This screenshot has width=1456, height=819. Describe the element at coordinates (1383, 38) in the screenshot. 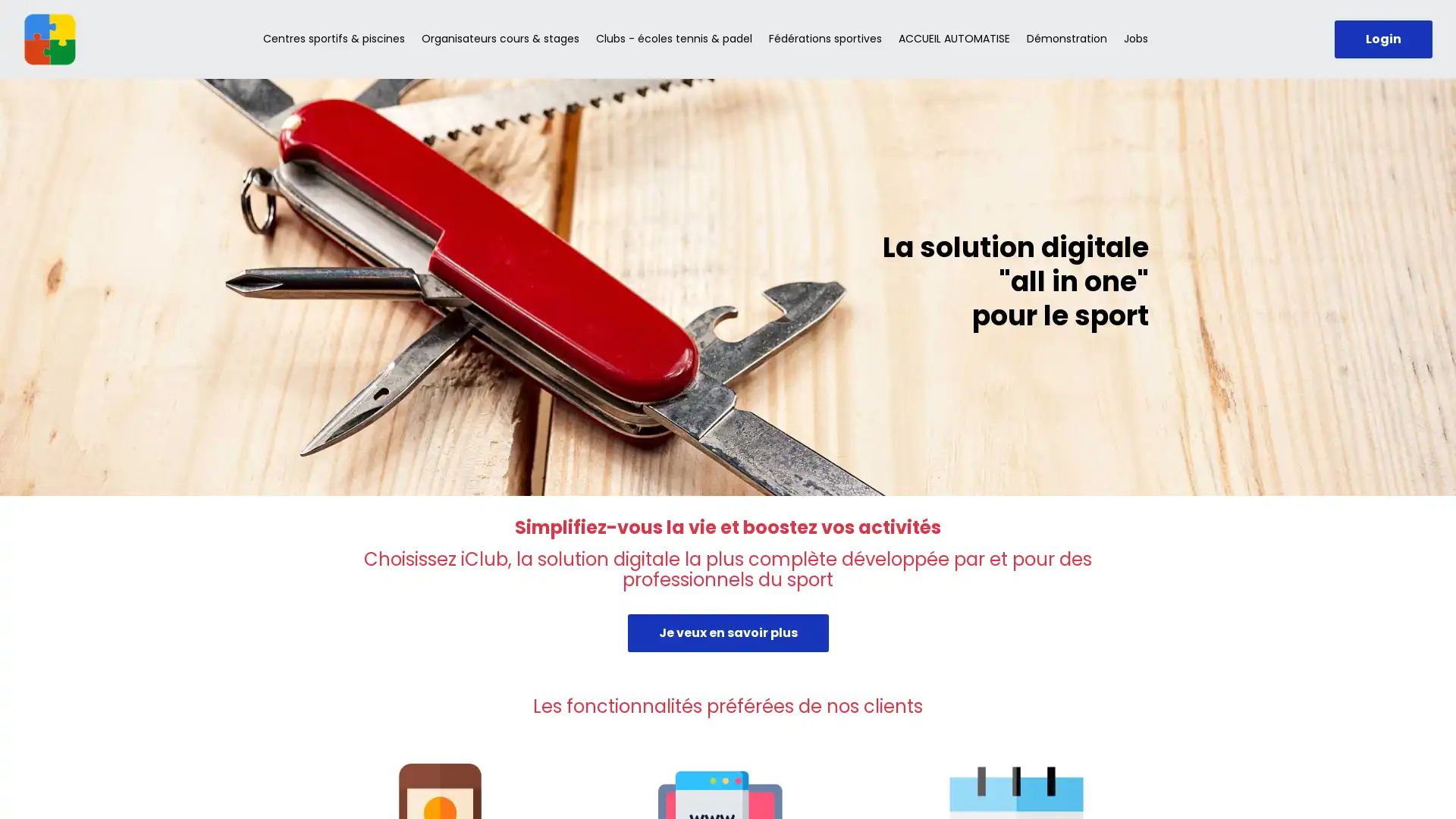

I see `Login` at that location.